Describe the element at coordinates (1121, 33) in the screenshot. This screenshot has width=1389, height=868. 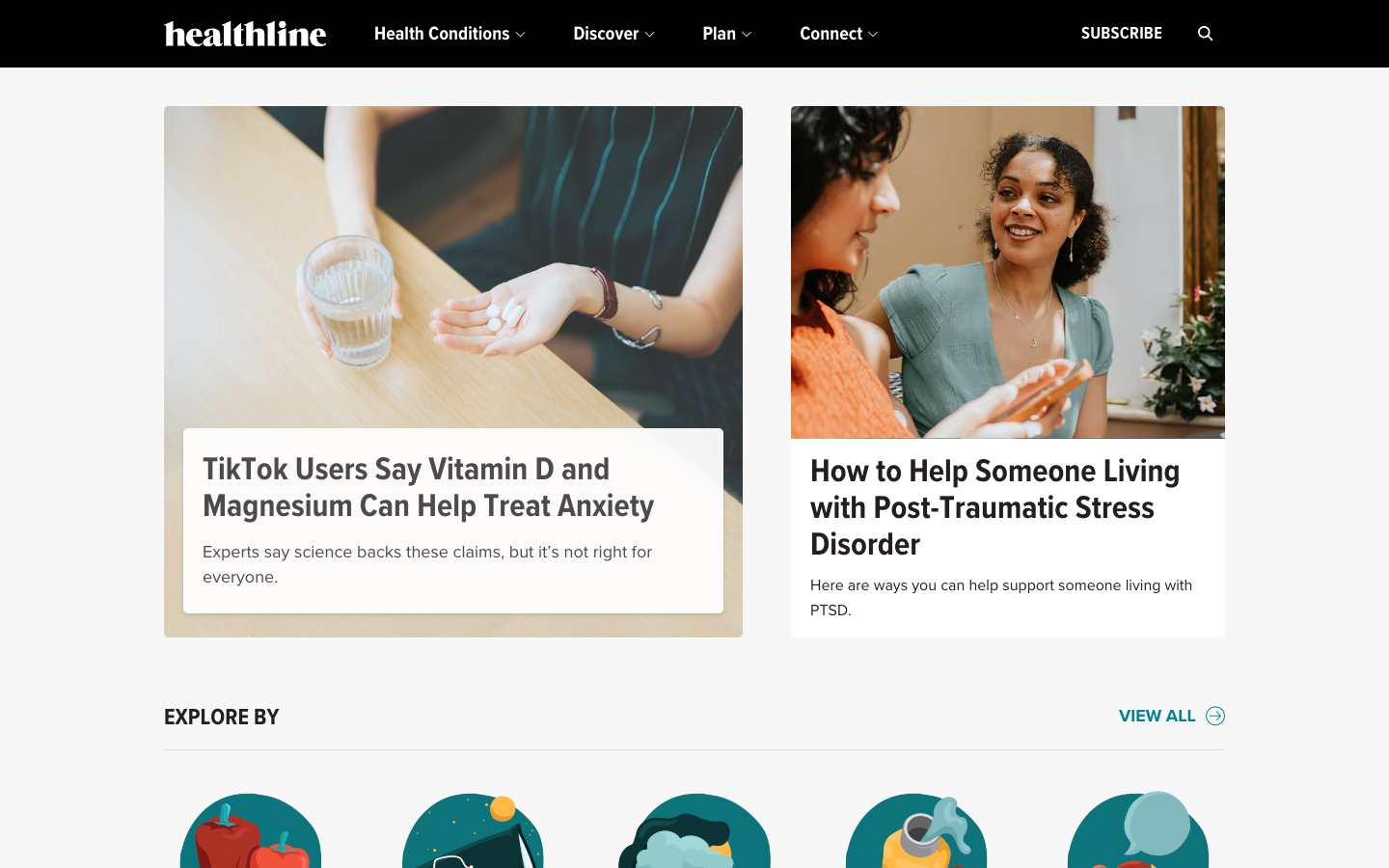
I see `Subscribe the heathline newsletter` at that location.